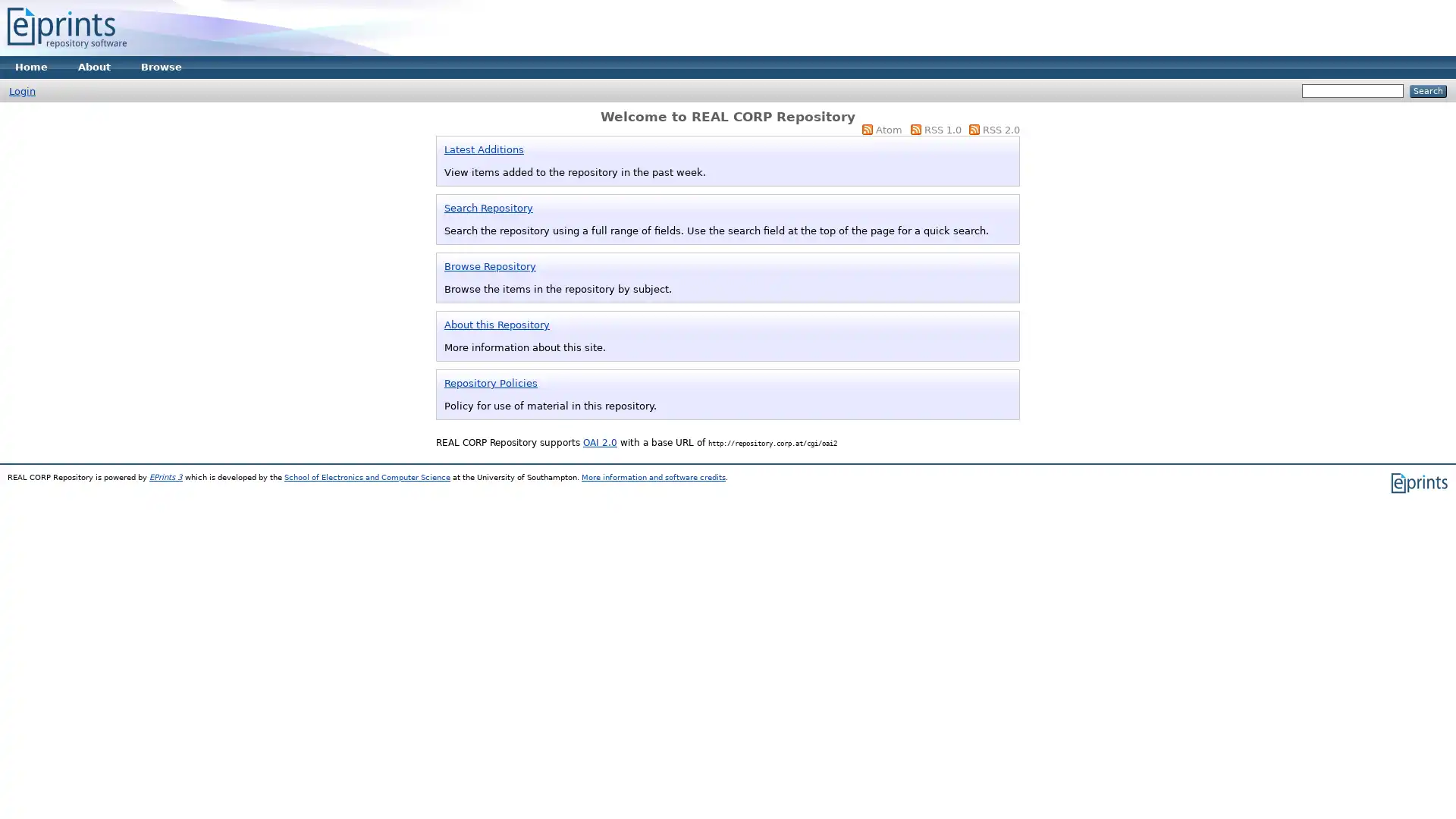 This screenshot has height=819, width=1456. Describe the element at coordinates (1427, 91) in the screenshot. I see `Search` at that location.